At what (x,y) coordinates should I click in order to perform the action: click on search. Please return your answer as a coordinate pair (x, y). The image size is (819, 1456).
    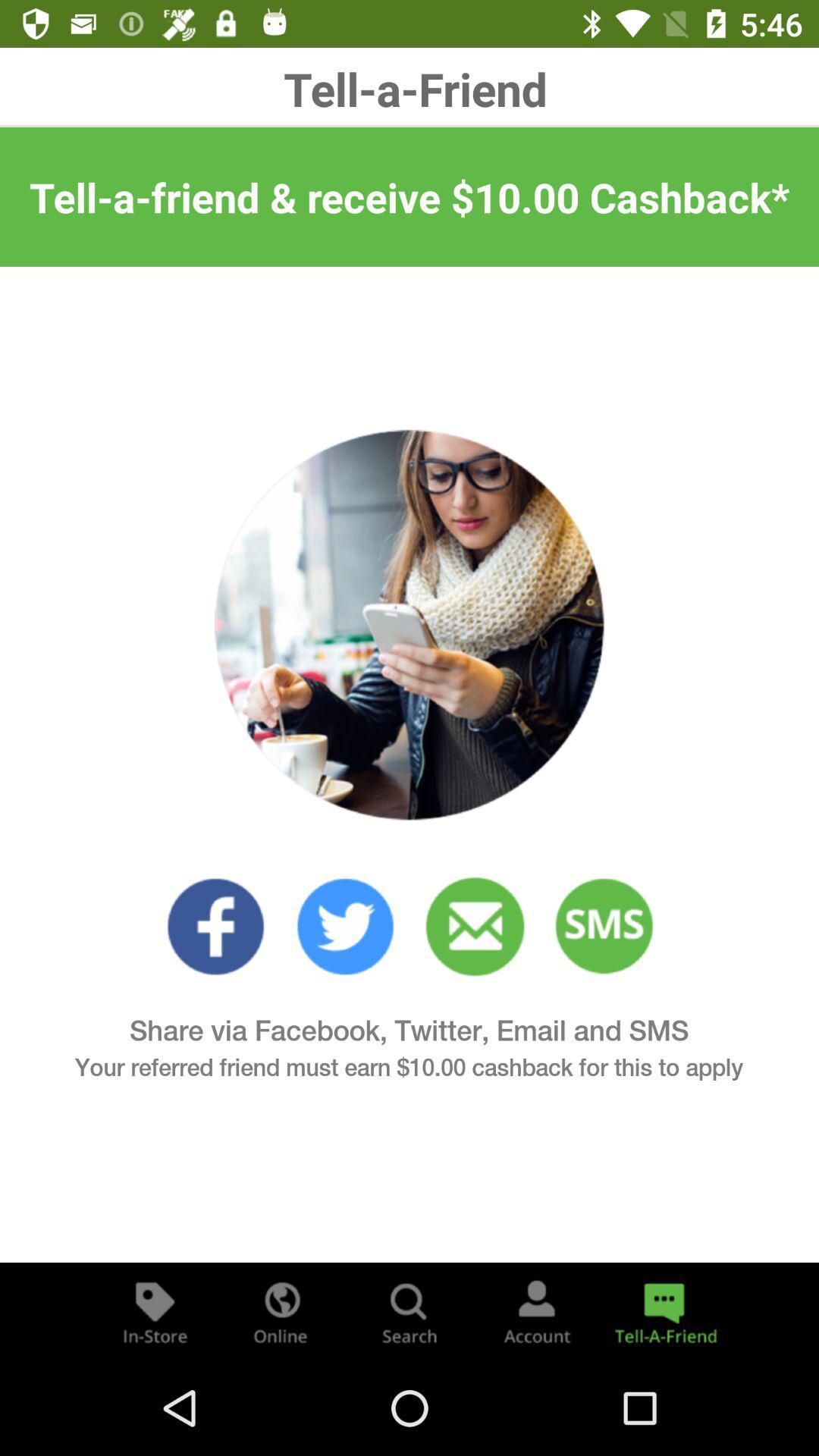
    Looking at the image, I should click on (409, 1310).